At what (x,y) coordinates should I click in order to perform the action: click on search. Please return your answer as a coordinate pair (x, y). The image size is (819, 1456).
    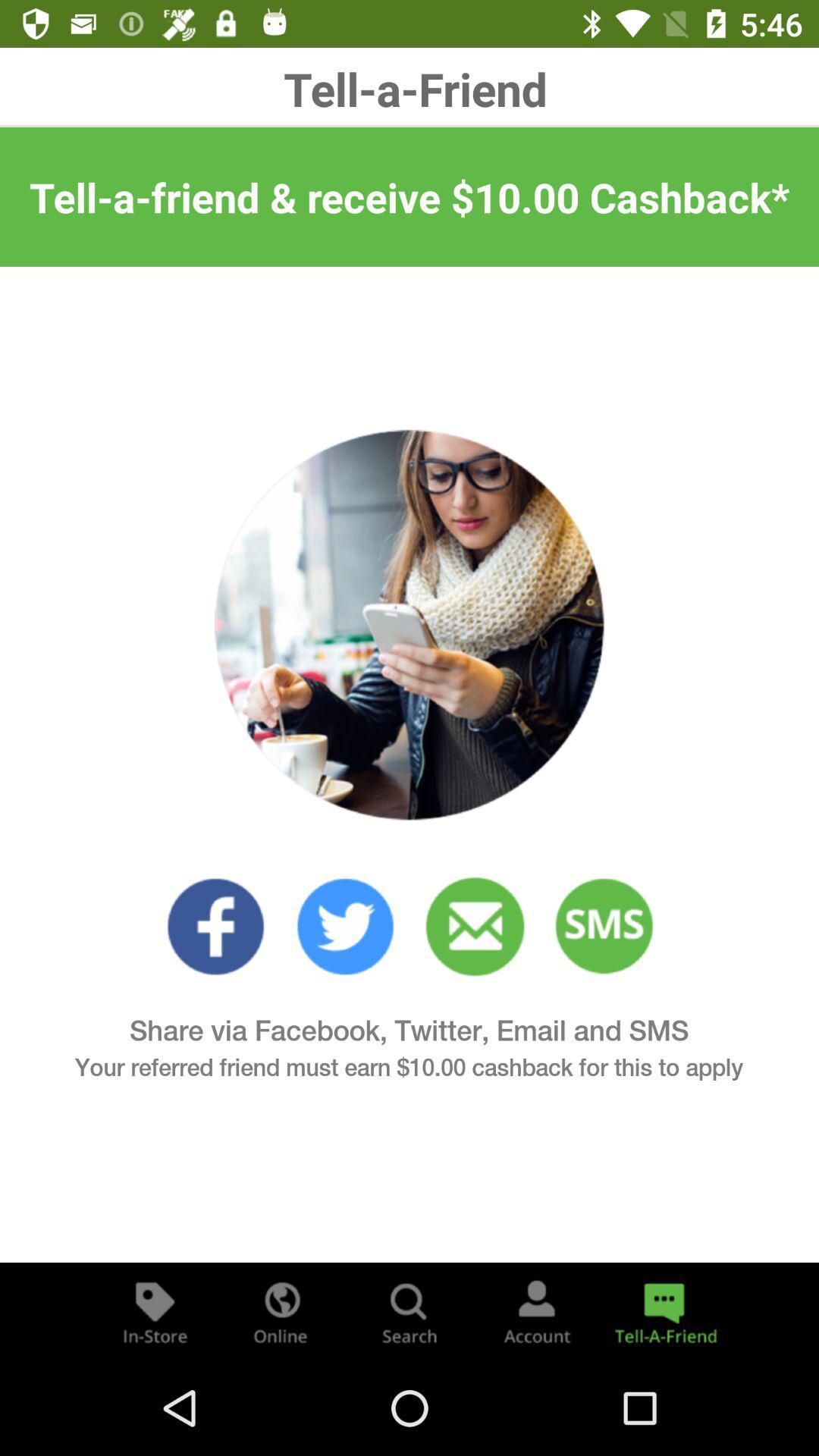
    Looking at the image, I should click on (409, 1310).